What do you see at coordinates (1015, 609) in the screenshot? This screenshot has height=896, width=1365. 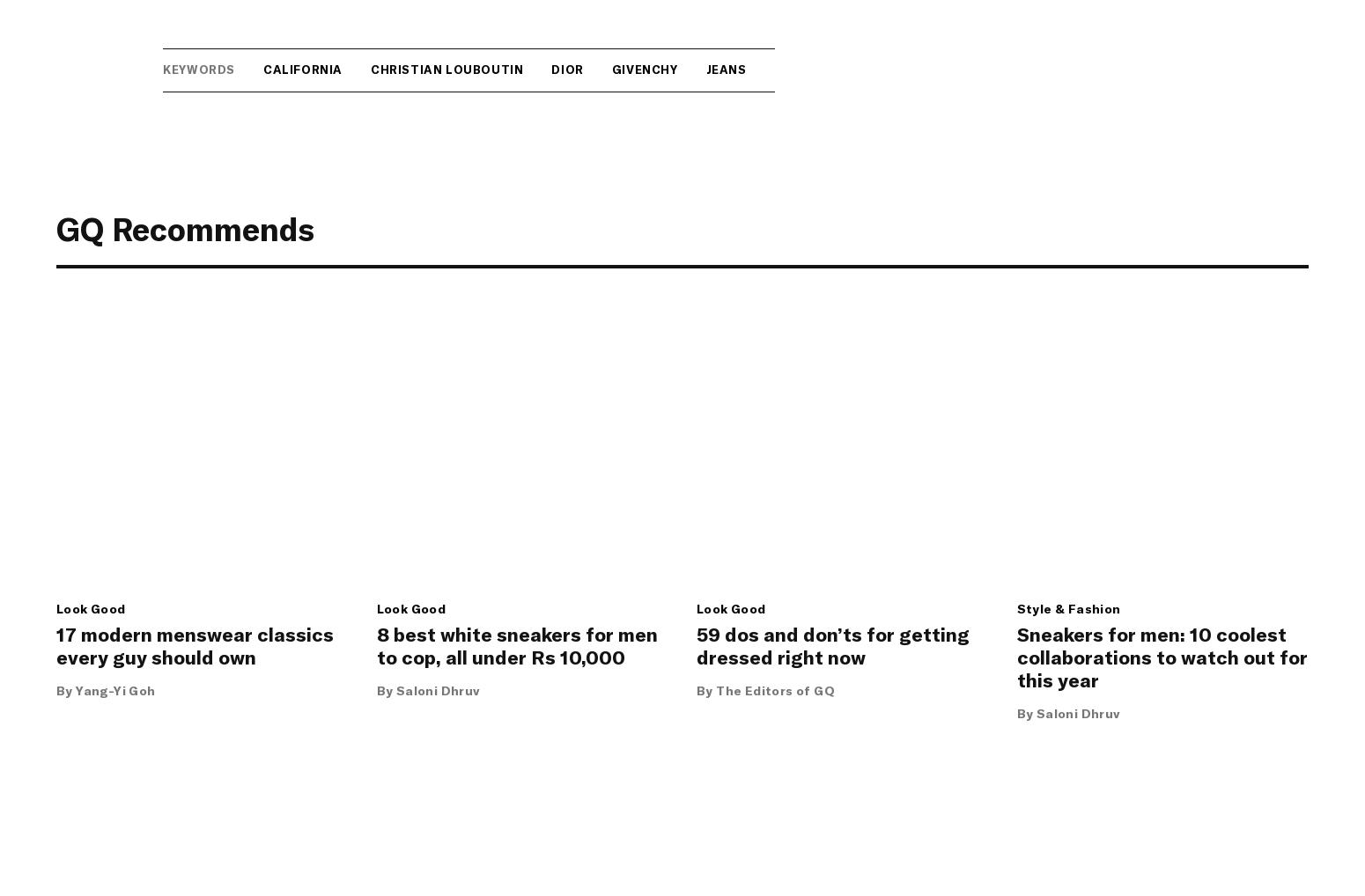 I see `'Style & Fashion'` at bounding box center [1015, 609].